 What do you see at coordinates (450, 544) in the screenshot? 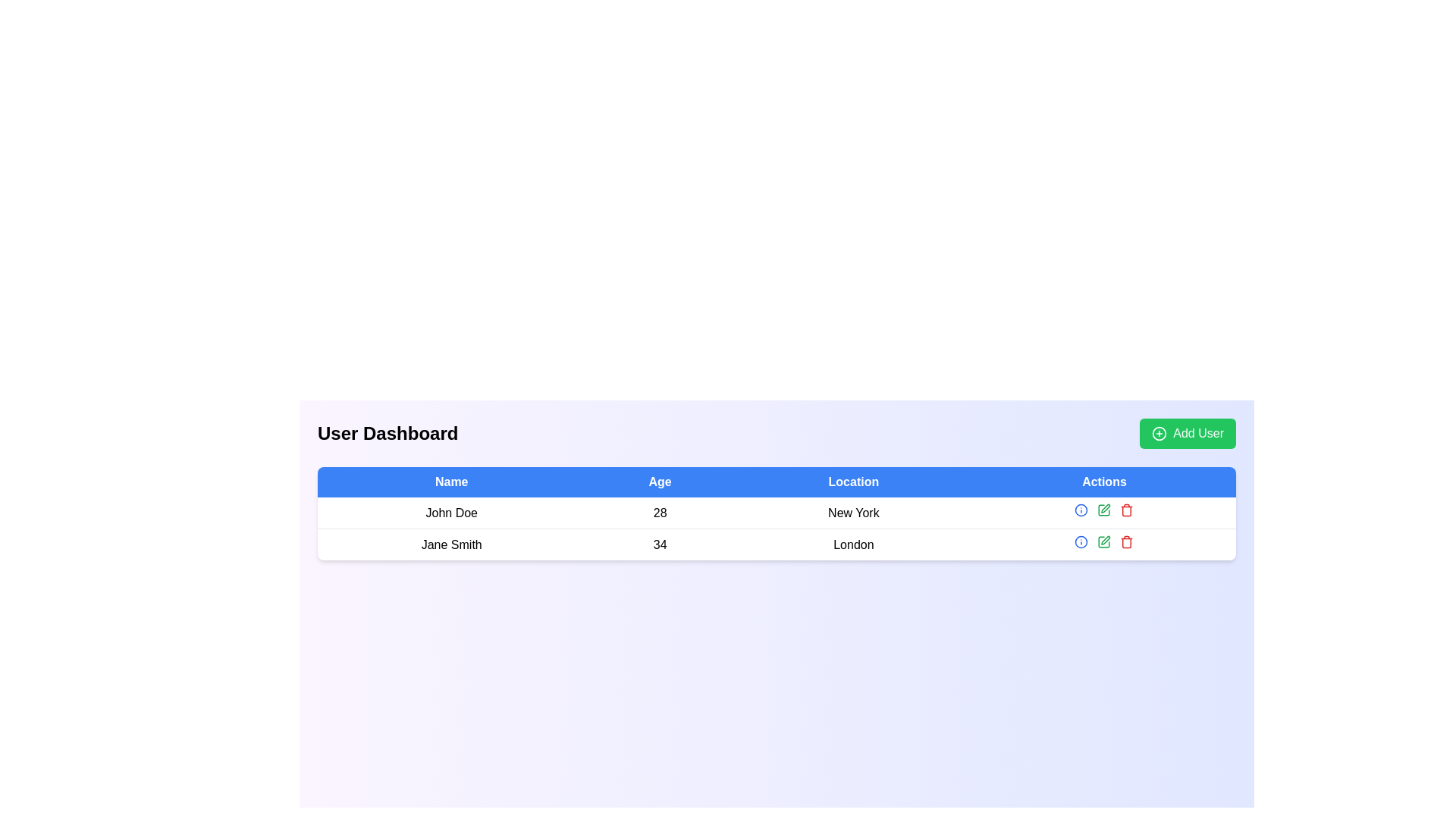
I see `the table cell under the 'Name' column` at bounding box center [450, 544].